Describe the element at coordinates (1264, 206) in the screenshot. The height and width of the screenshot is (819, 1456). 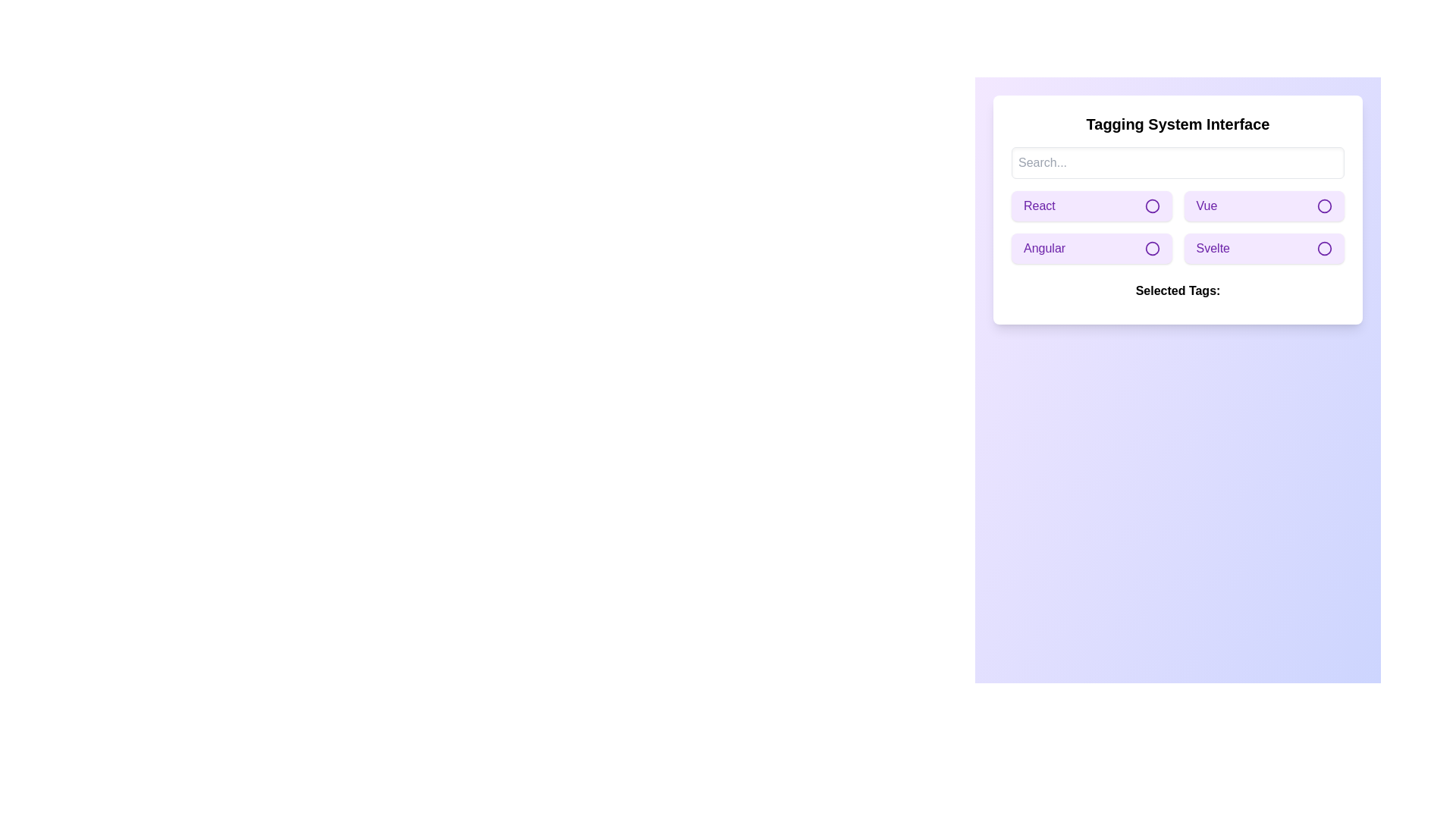
I see `the second button in the grid layout that serves to select the 'Vue' option` at that location.